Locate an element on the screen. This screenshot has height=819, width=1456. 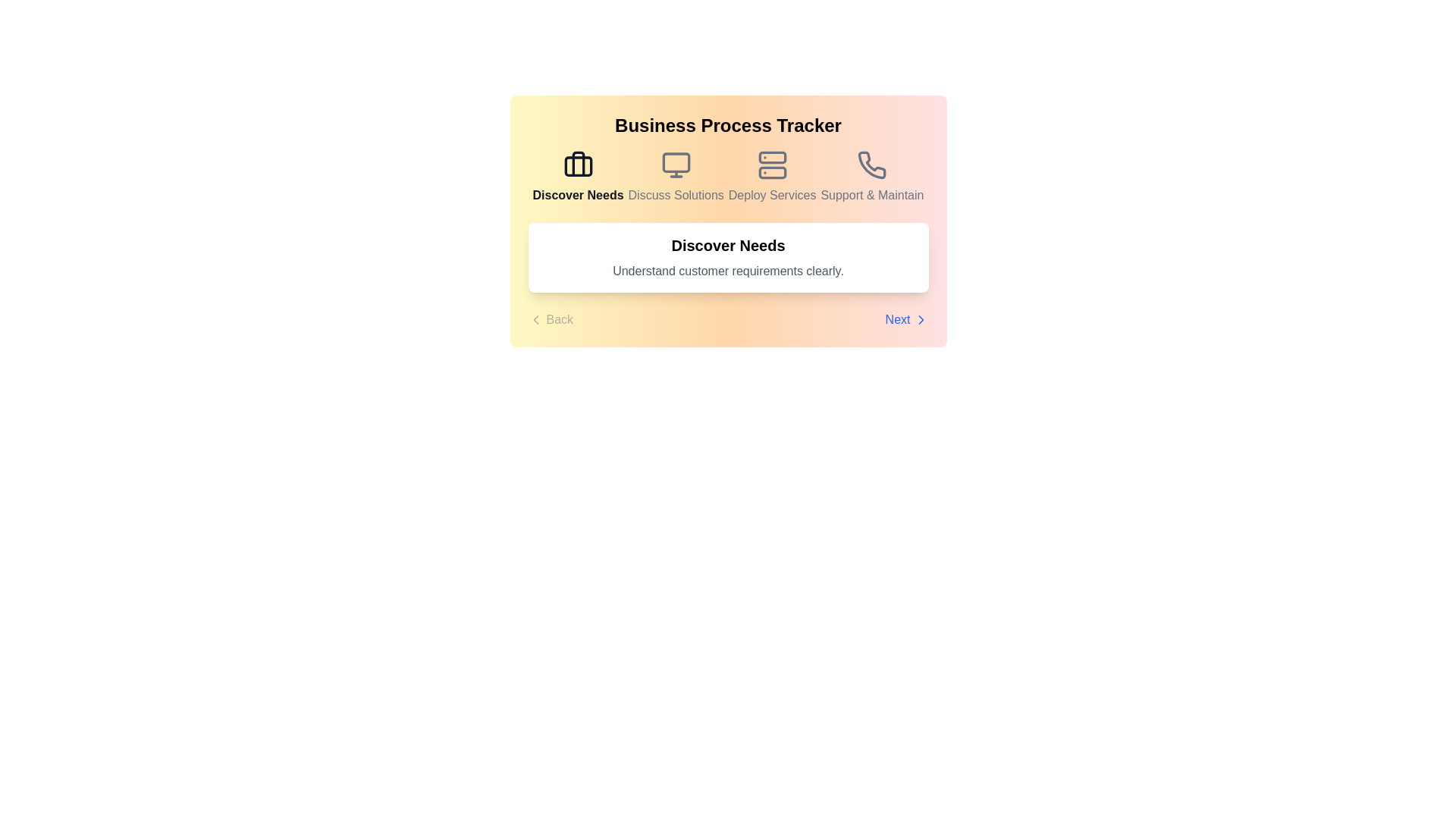
the 'Back' button to navigate to the previous step is located at coordinates (549, 318).